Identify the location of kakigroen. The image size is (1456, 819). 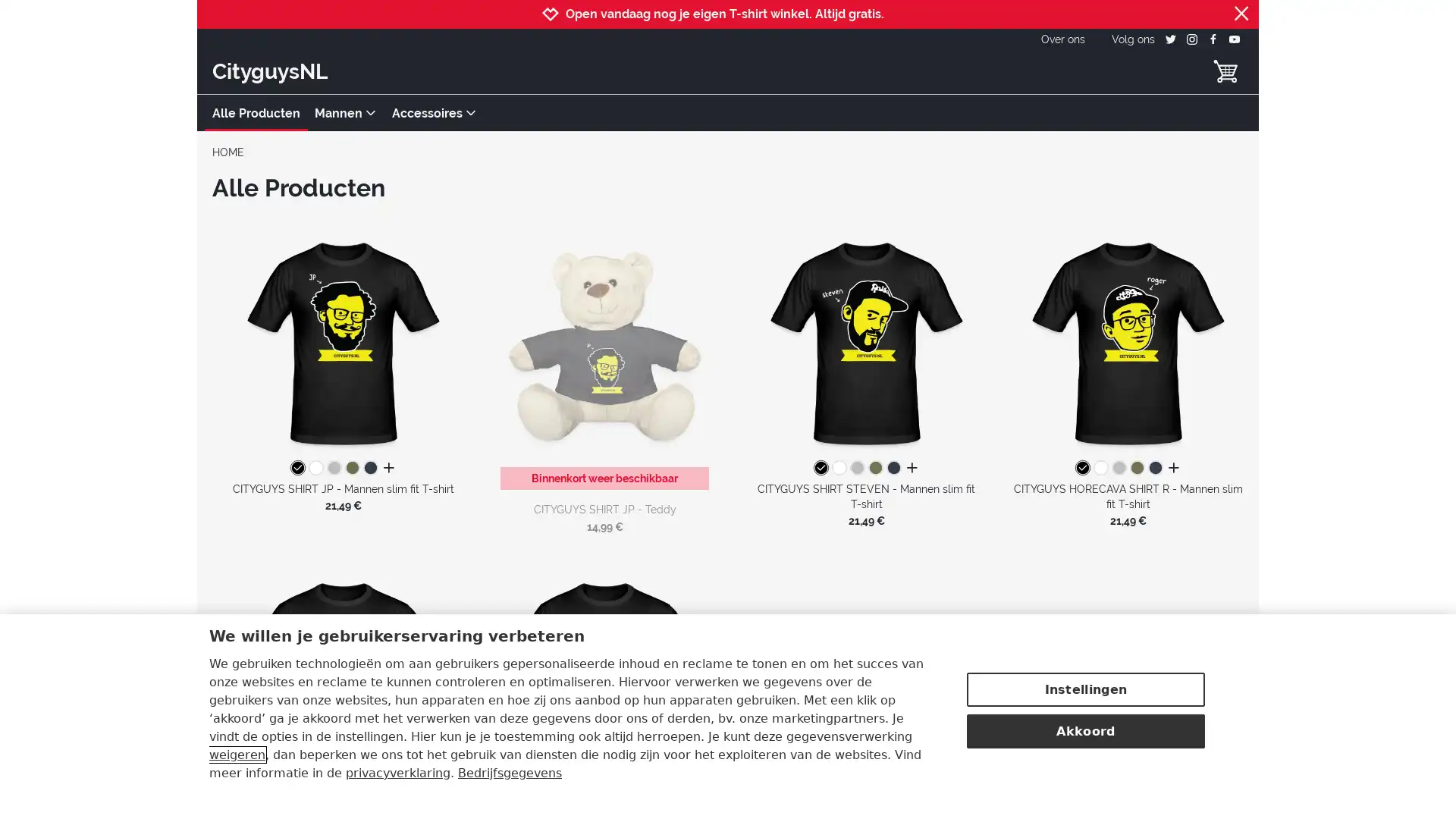
(351, 468).